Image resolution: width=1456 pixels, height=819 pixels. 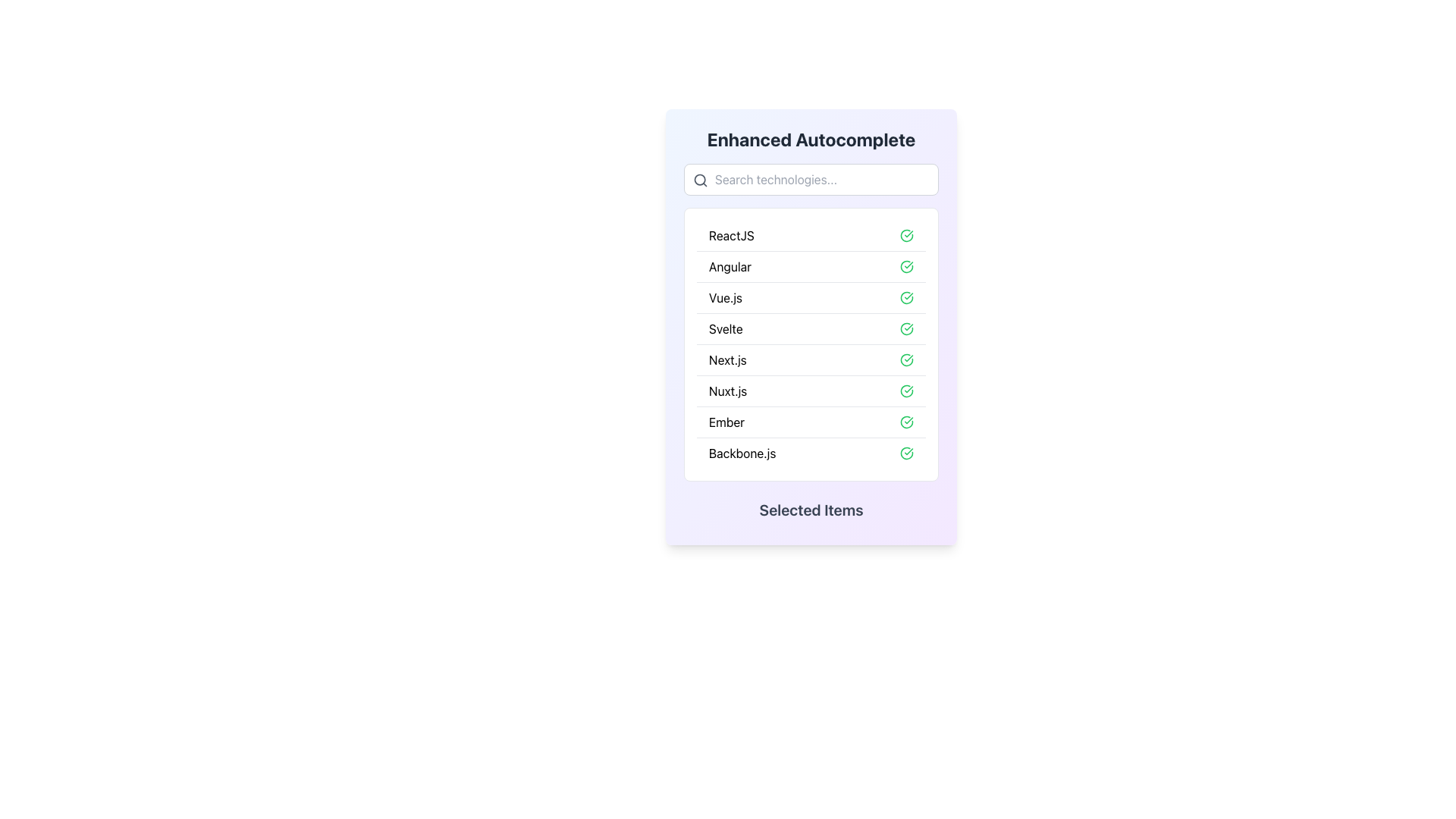 What do you see at coordinates (811, 236) in the screenshot?
I see `the first list item representing the 'ReactJS' technology` at bounding box center [811, 236].